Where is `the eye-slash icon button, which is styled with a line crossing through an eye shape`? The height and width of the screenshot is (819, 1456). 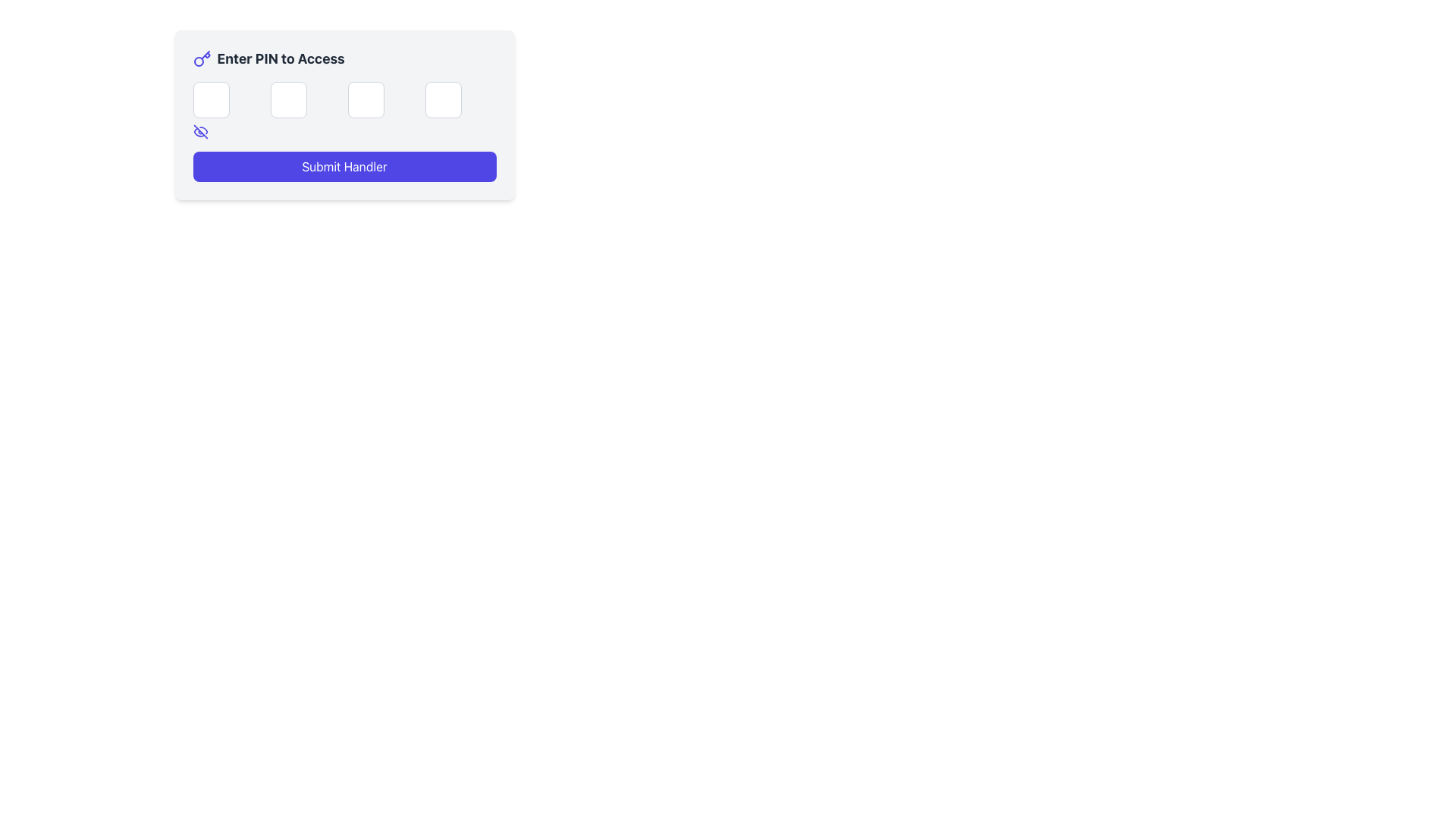
the eye-slash icon button, which is styled with a line crossing through an eye shape is located at coordinates (199, 130).